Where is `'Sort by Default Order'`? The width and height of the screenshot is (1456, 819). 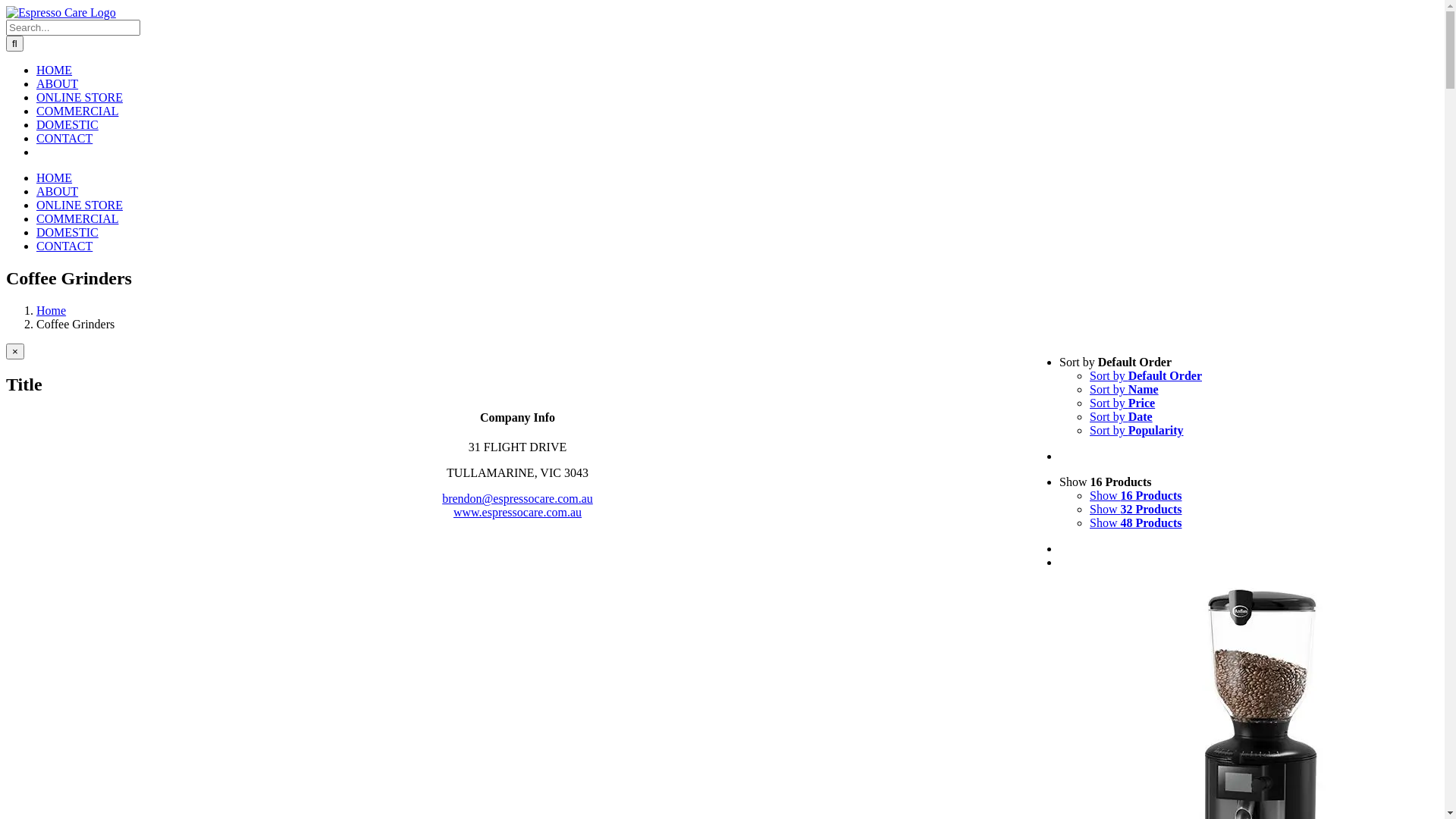
'Sort by Default Order' is located at coordinates (1115, 362).